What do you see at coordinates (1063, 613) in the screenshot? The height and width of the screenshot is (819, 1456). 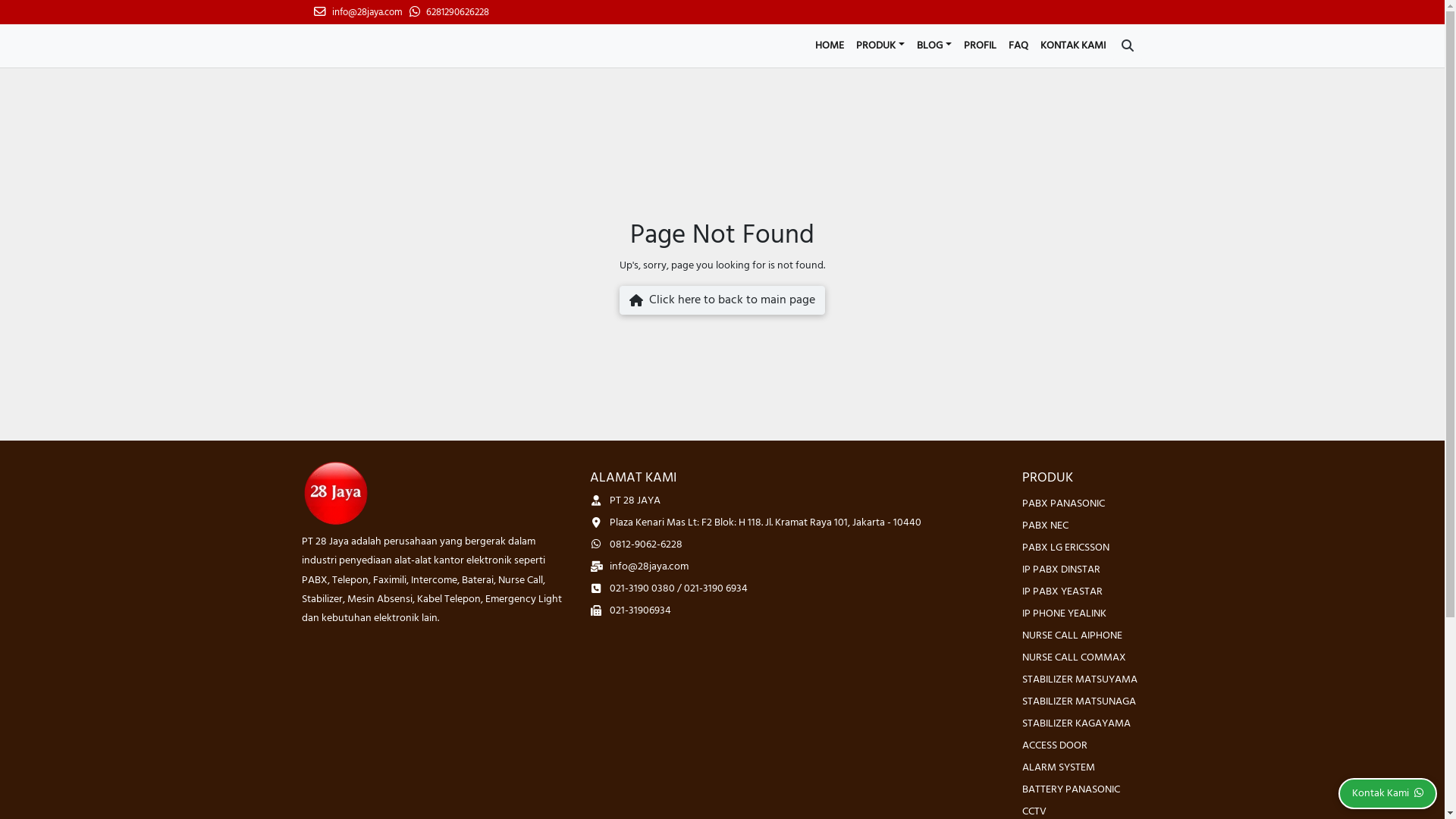 I see `'IP PHONE YEALINK'` at bounding box center [1063, 613].